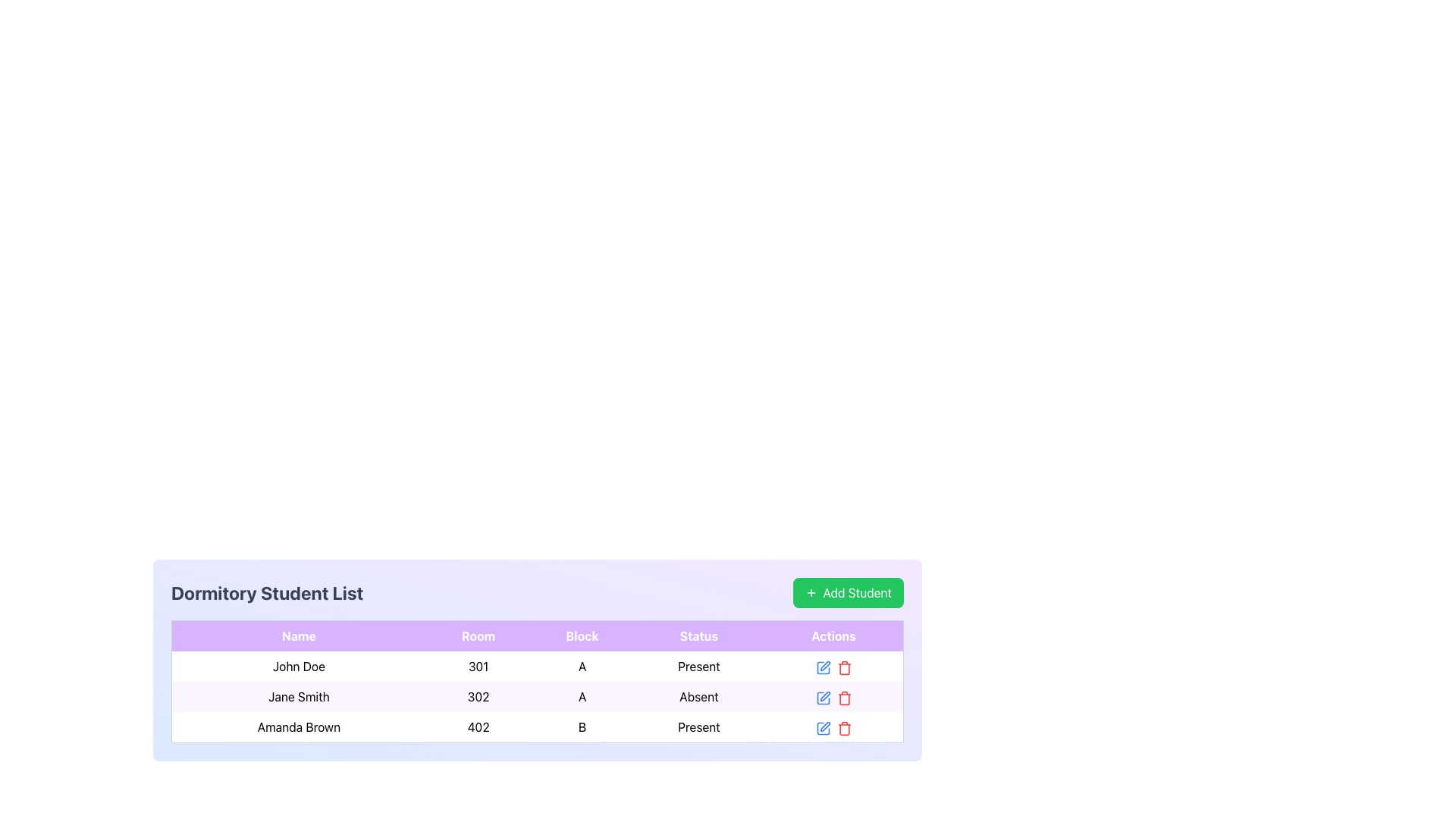  What do you see at coordinates (478, 726) in the screenshot?
I see `the Text Label displaying the room number in the dormitory student list, located in the third row of the table between 'Name: Amanda Brown' and 'Block: B'` at bounding box center [478, 726].